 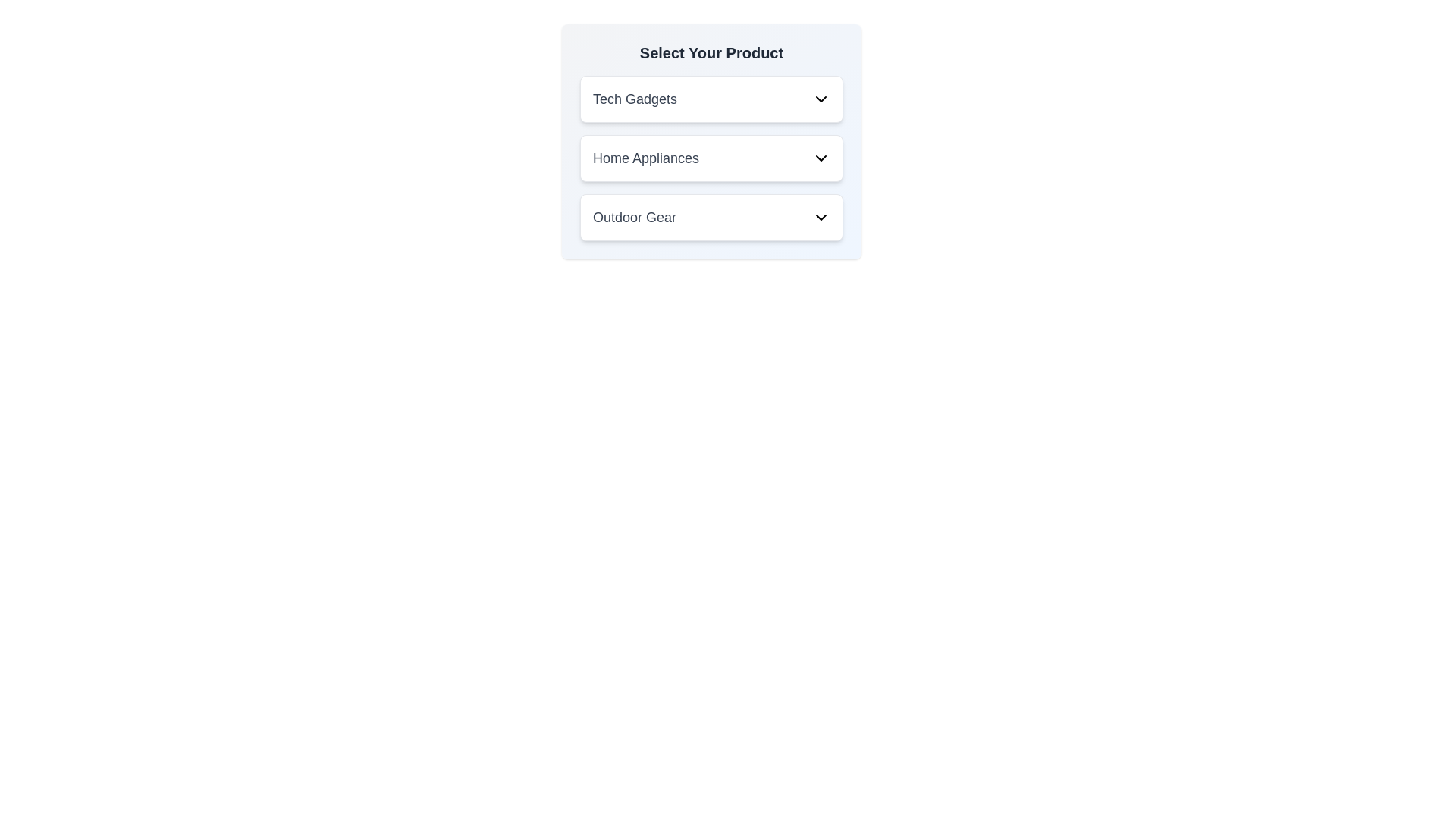 I want to click on the 'Home Appliances' text label, which is part of a button-like structure in a vertical list of selectable options, so click(x=646, y=158).